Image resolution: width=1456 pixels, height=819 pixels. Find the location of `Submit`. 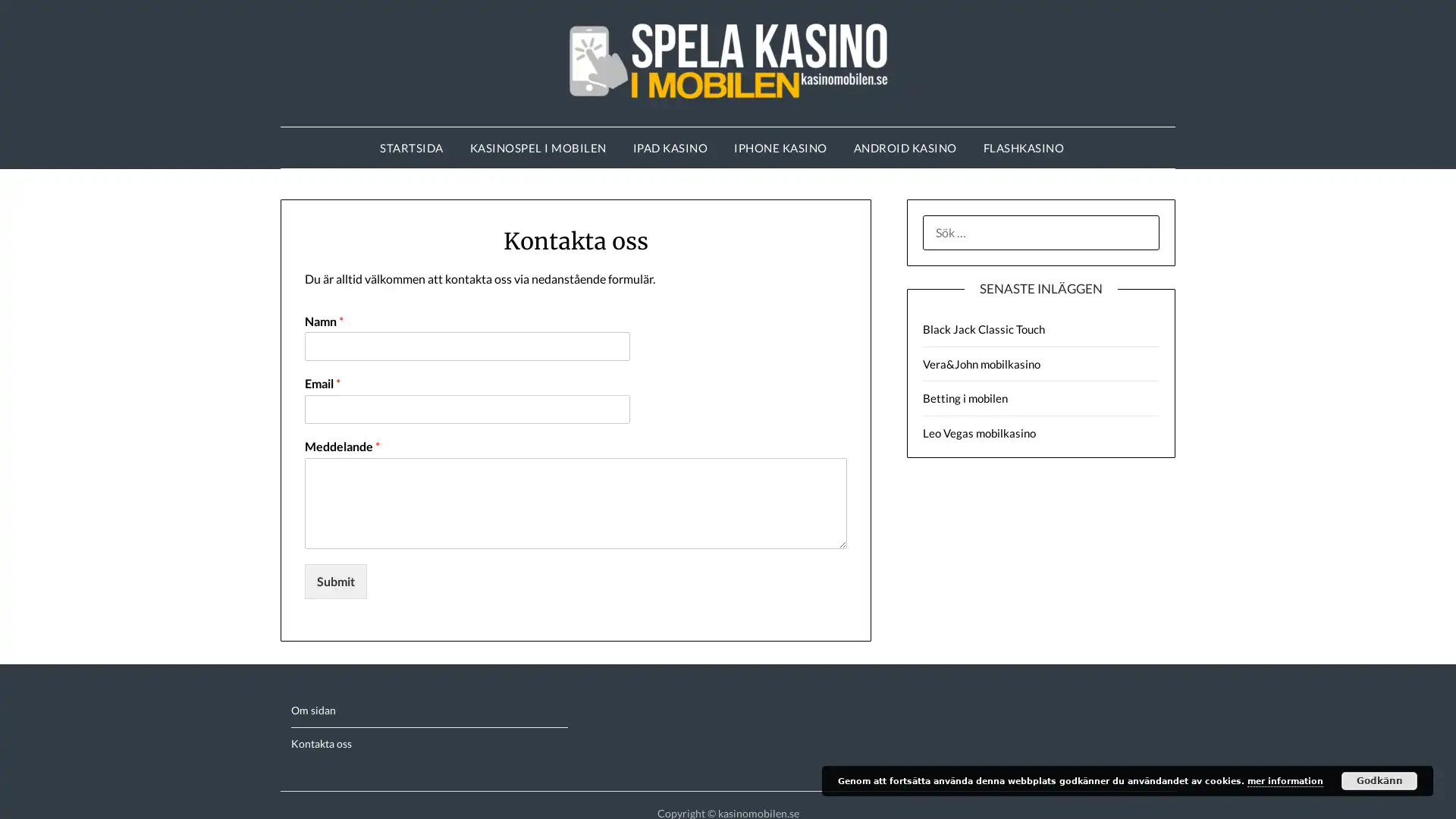

Submit is located at coordinates (334, 580).